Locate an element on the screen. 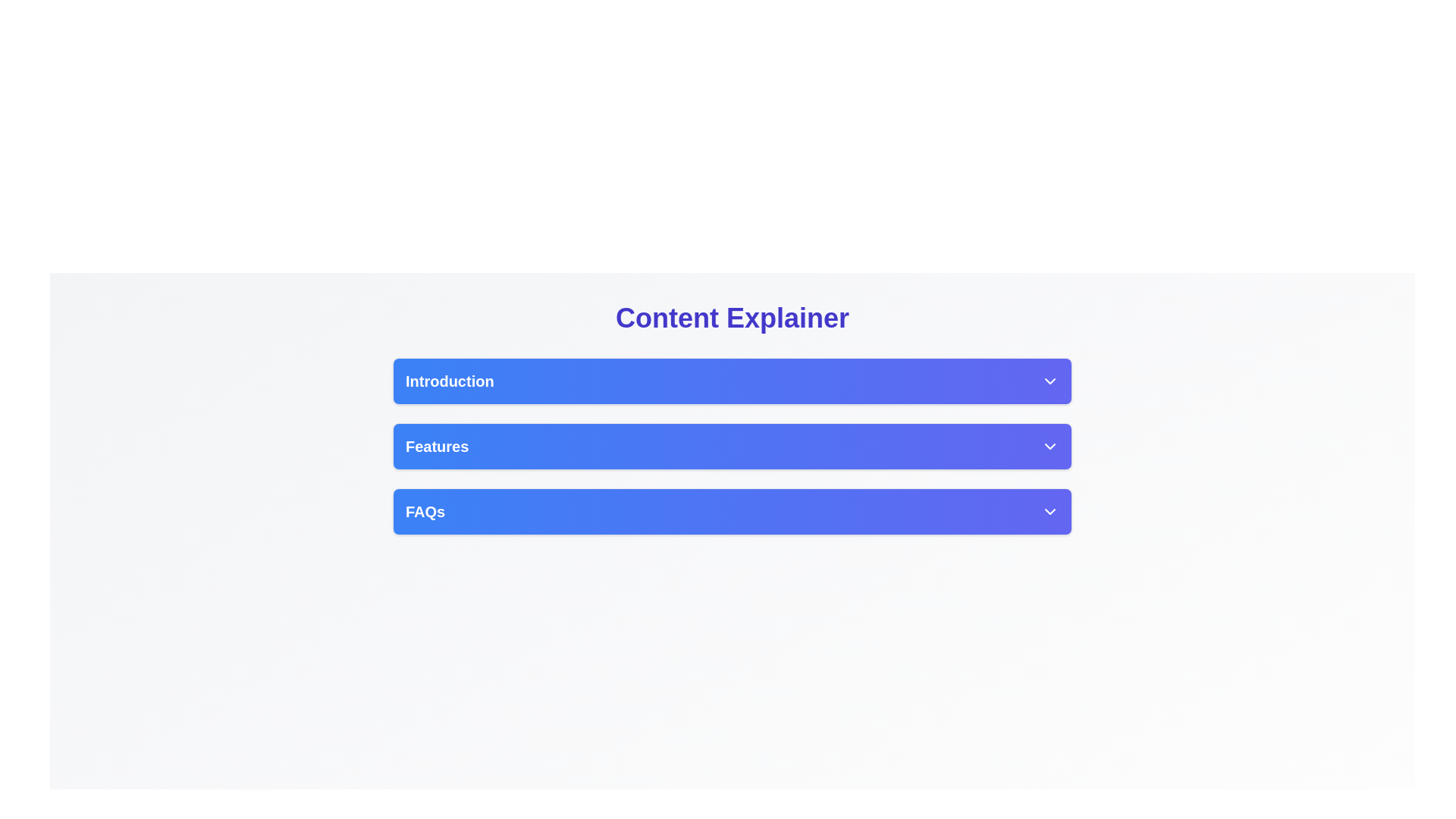 Image resolution: width=1456 pixels, height=819 pixels. the Static label containing the word 'Introduction', which is styled in a larger bold font and is positioned inside a blue gradient background card, aligned towards the left is located at coordinates (449, 380).